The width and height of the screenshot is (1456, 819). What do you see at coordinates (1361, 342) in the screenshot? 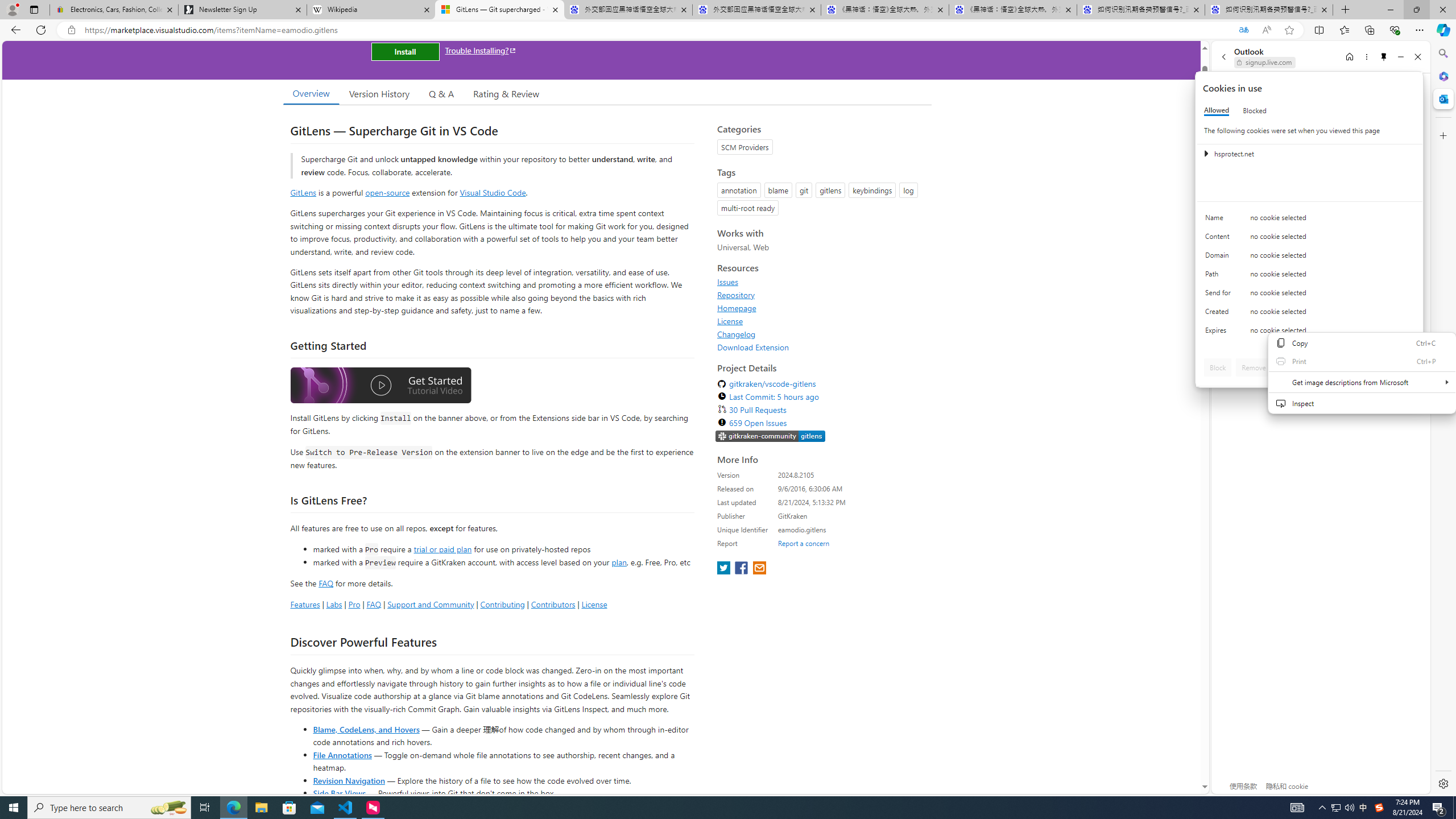
I see `'Copy'` at bounding box center [1361, 342].